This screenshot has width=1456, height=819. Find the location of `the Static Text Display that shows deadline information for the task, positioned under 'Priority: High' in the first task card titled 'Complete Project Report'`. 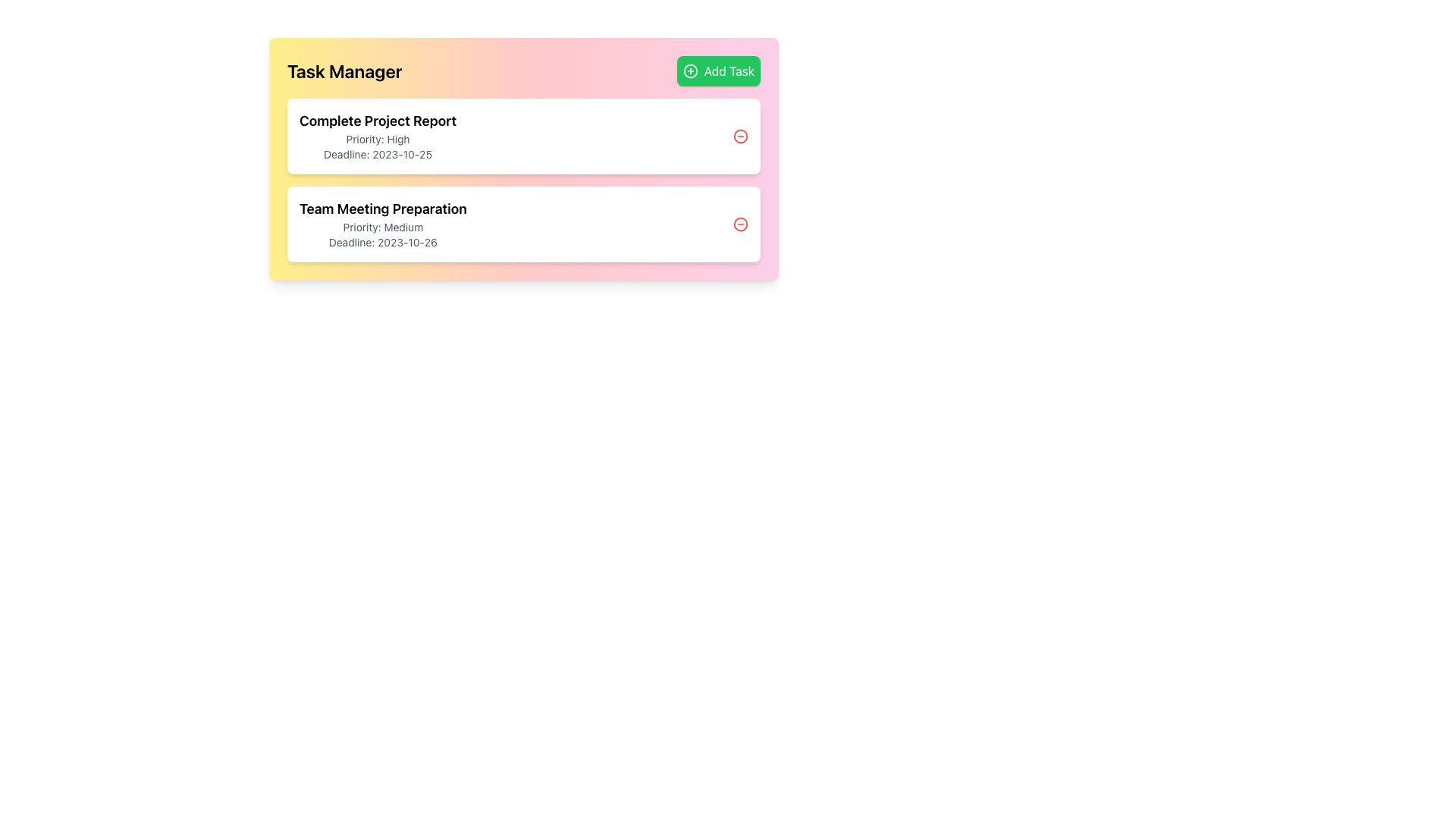

the Static Text Display that shows deadline information for the task, positioned under 'Priority: High' in the first task card titled 'Complete Project Report' is located at coordinates (378, 155).